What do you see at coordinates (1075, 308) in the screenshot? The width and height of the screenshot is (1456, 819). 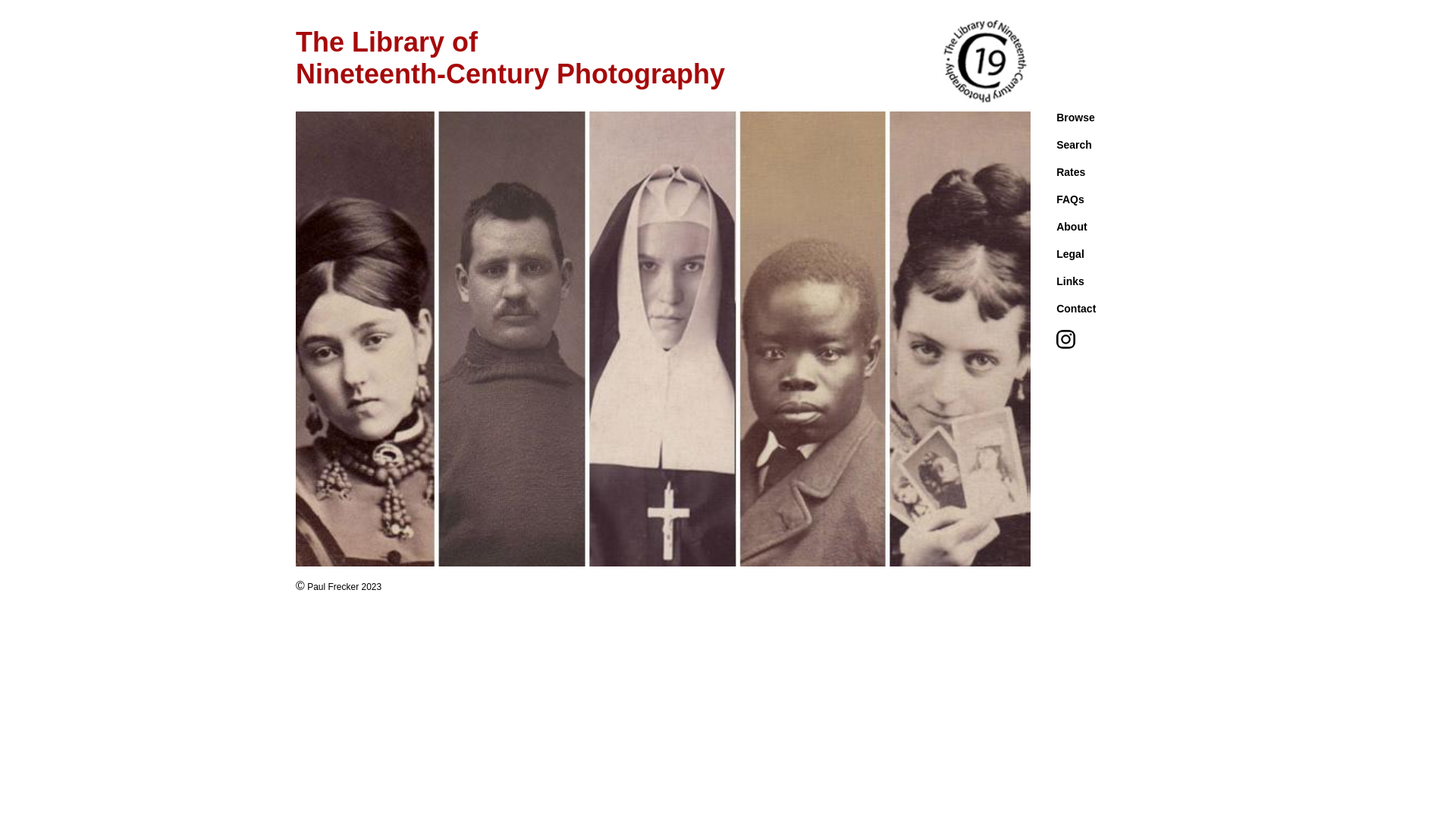 I see `'Contact'` at bounding box center [1075, 308].